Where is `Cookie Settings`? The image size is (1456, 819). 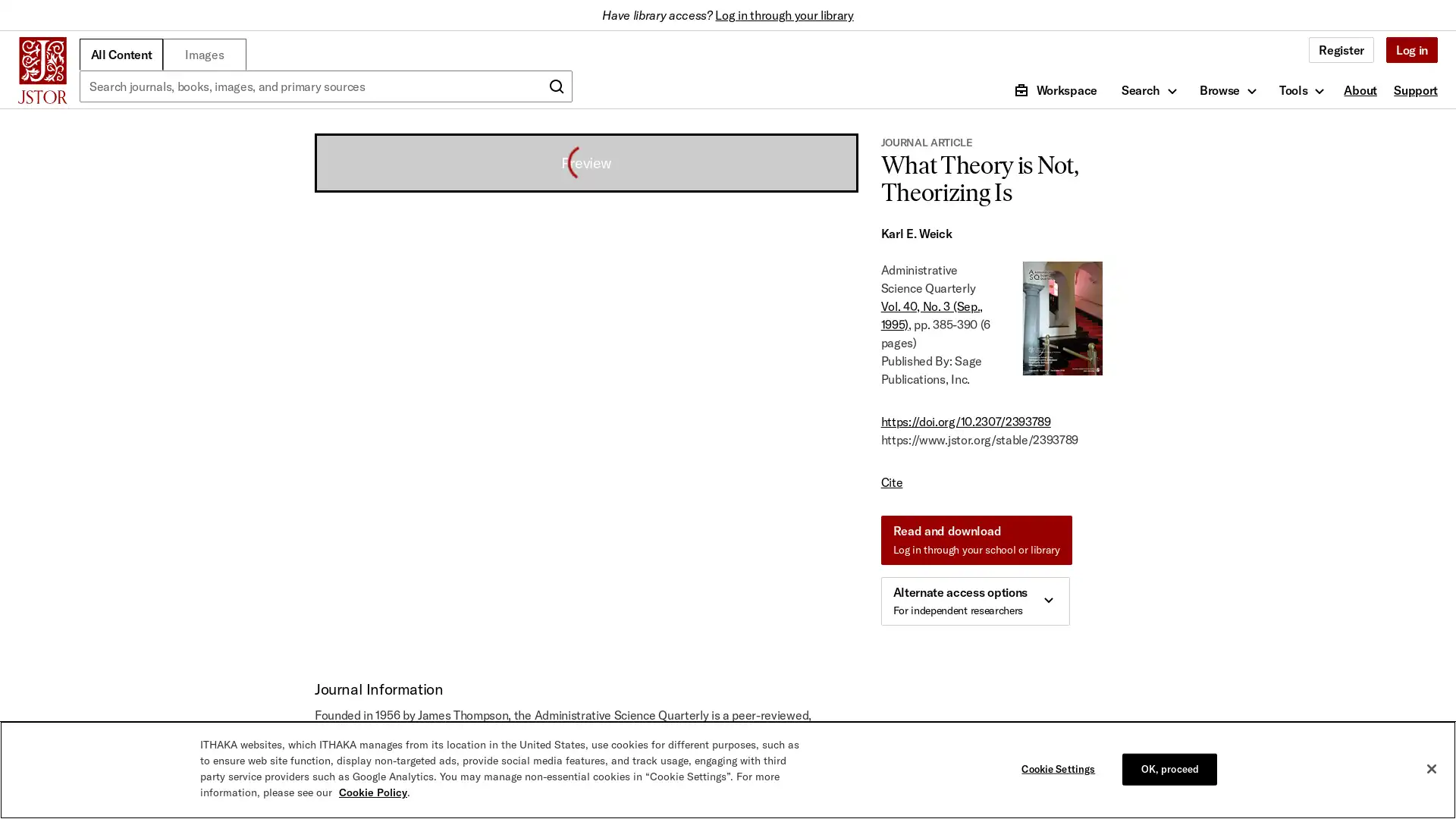 Cookie Settings is located at coordinates (1061, 769).